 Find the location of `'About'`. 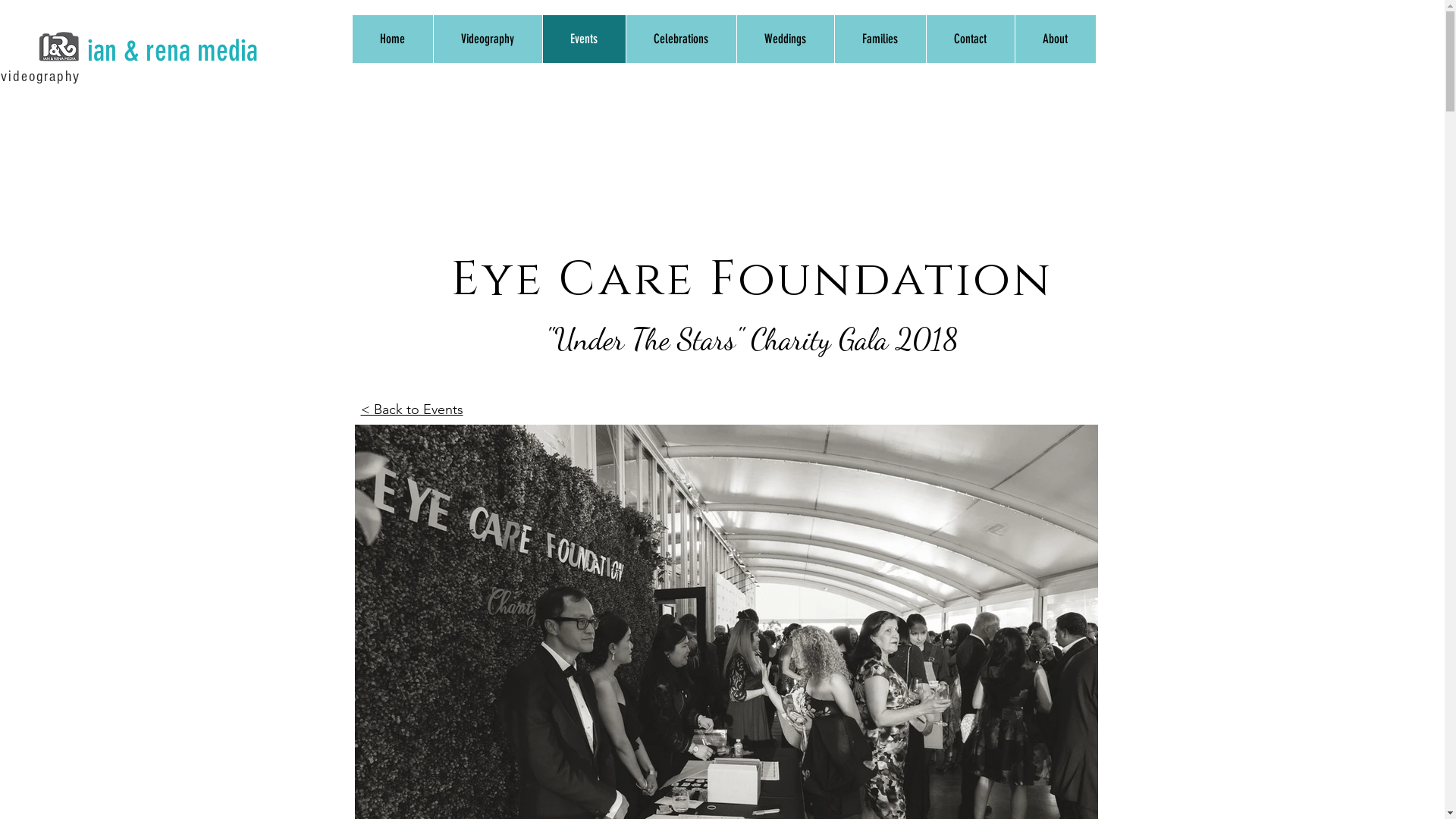

'About' is located at coordinates (1054, 38).